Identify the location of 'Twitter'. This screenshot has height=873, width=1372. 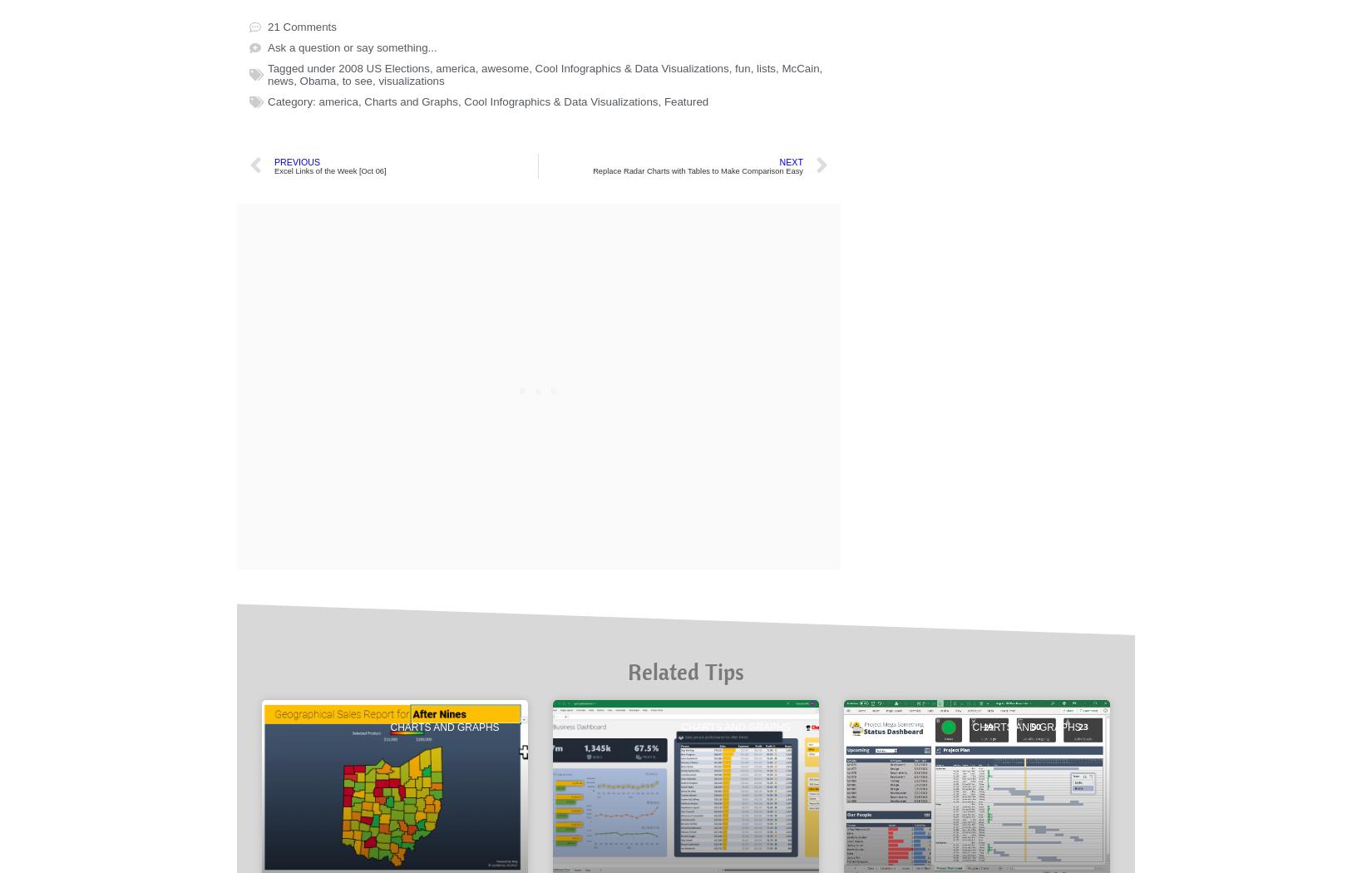
(374, 133).